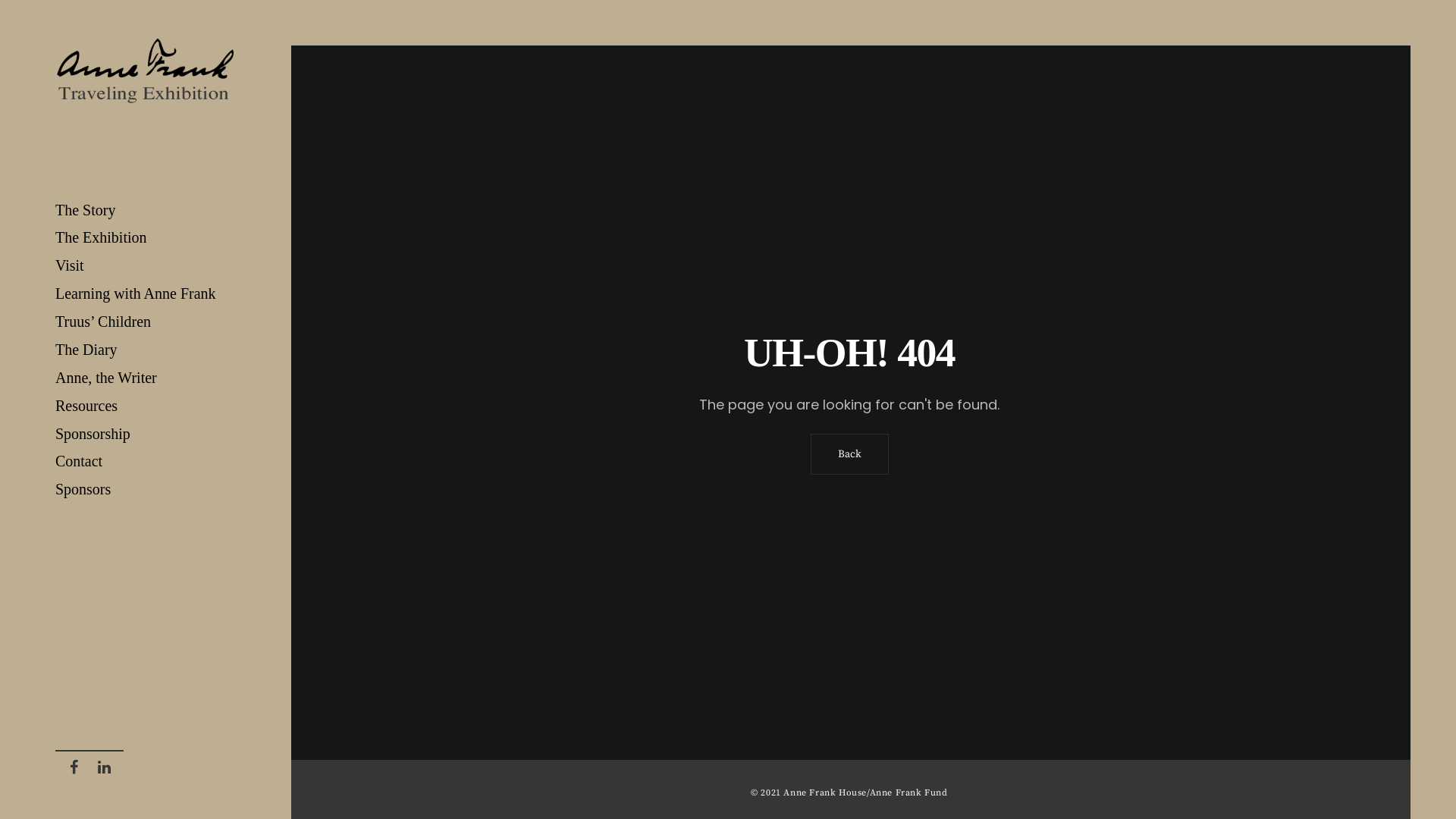  What do you see at coordinates (146, 489) in the screenshot?
I see `'Sponsors'` at bounding box center [146, 489].